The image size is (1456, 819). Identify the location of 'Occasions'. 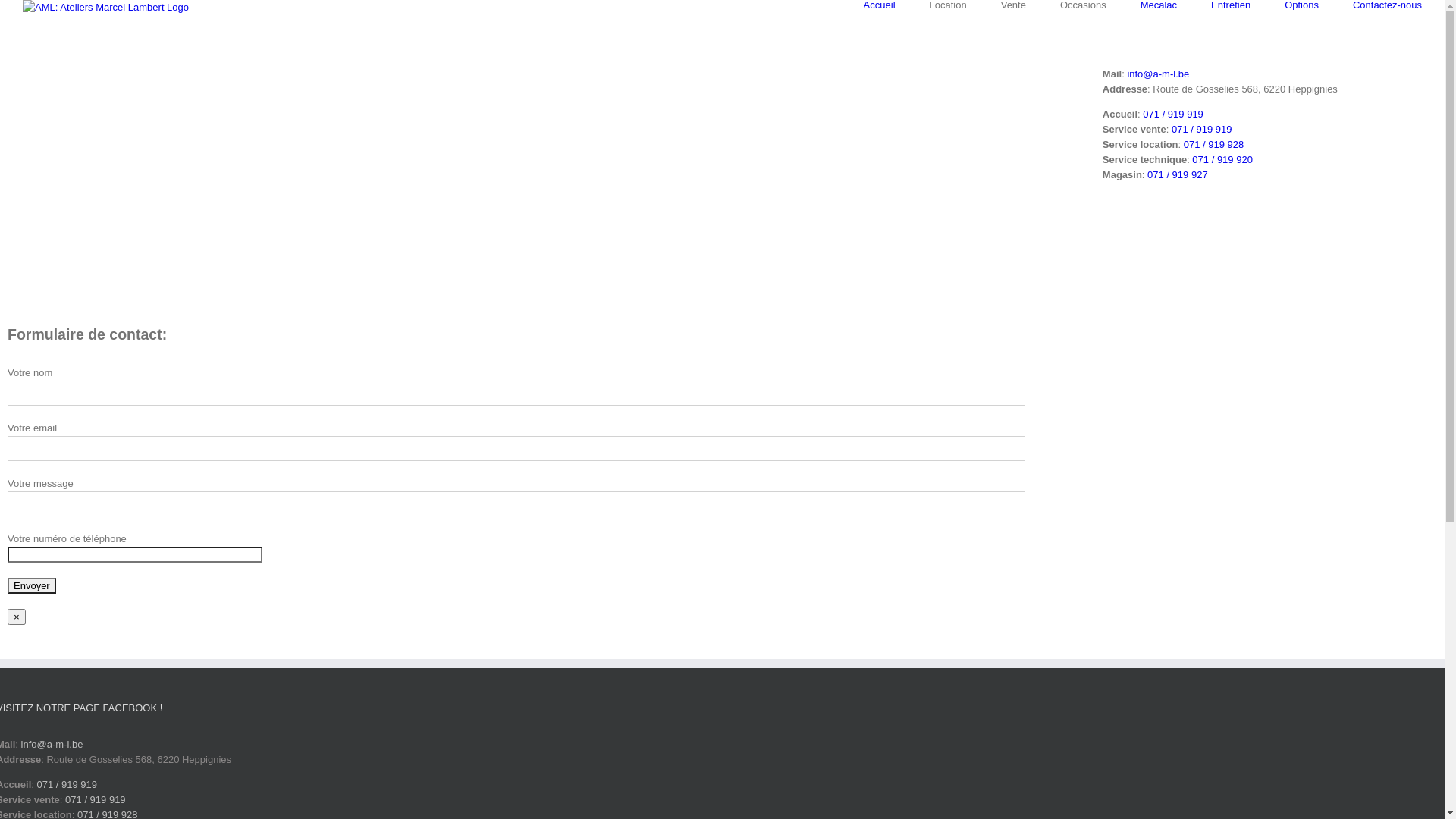
(1082, 5).